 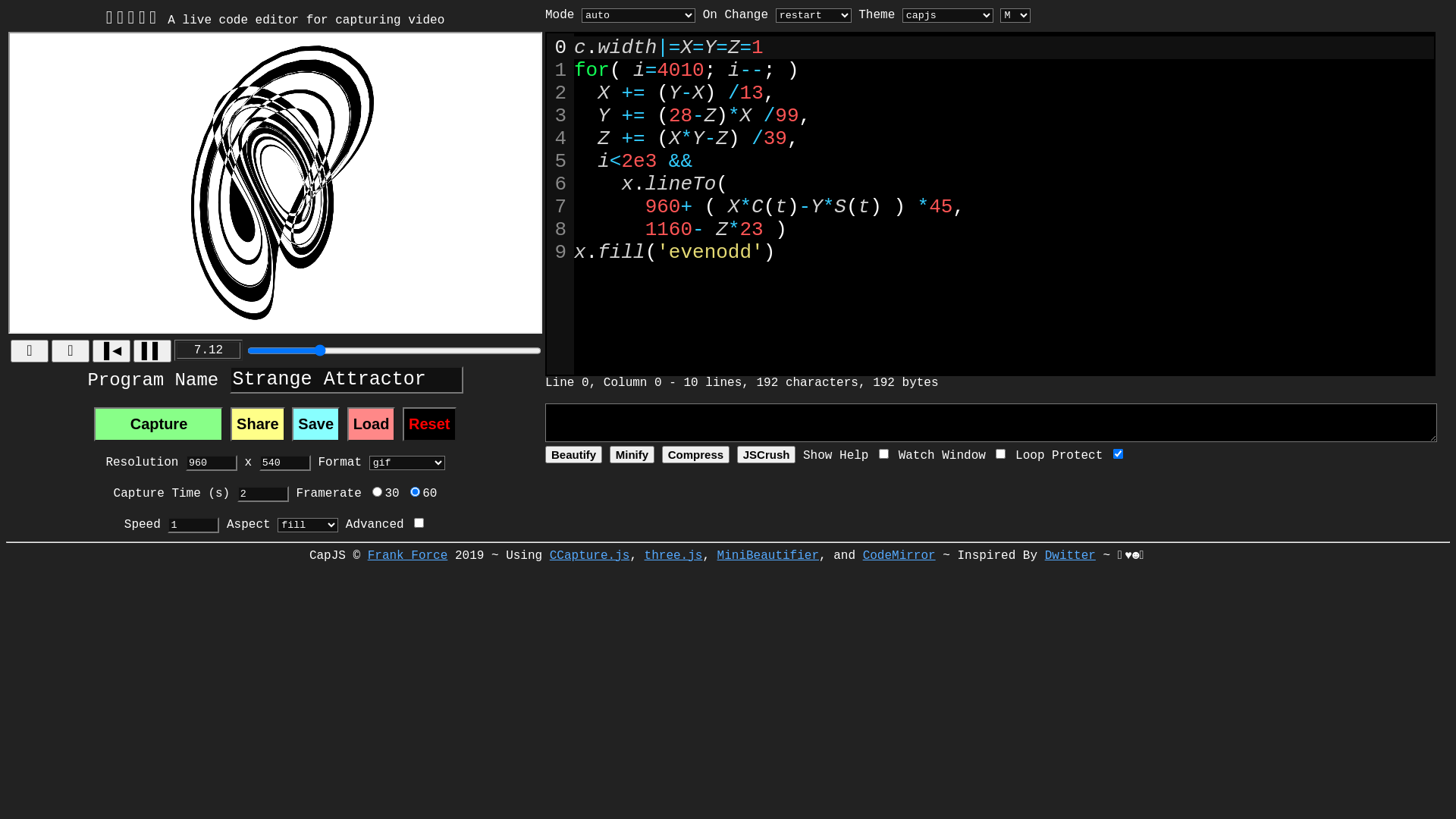 What do you see at coordinates (407, 555) in the screenshot?
I see `'Frank Force'` at bounding box center [407, 555].